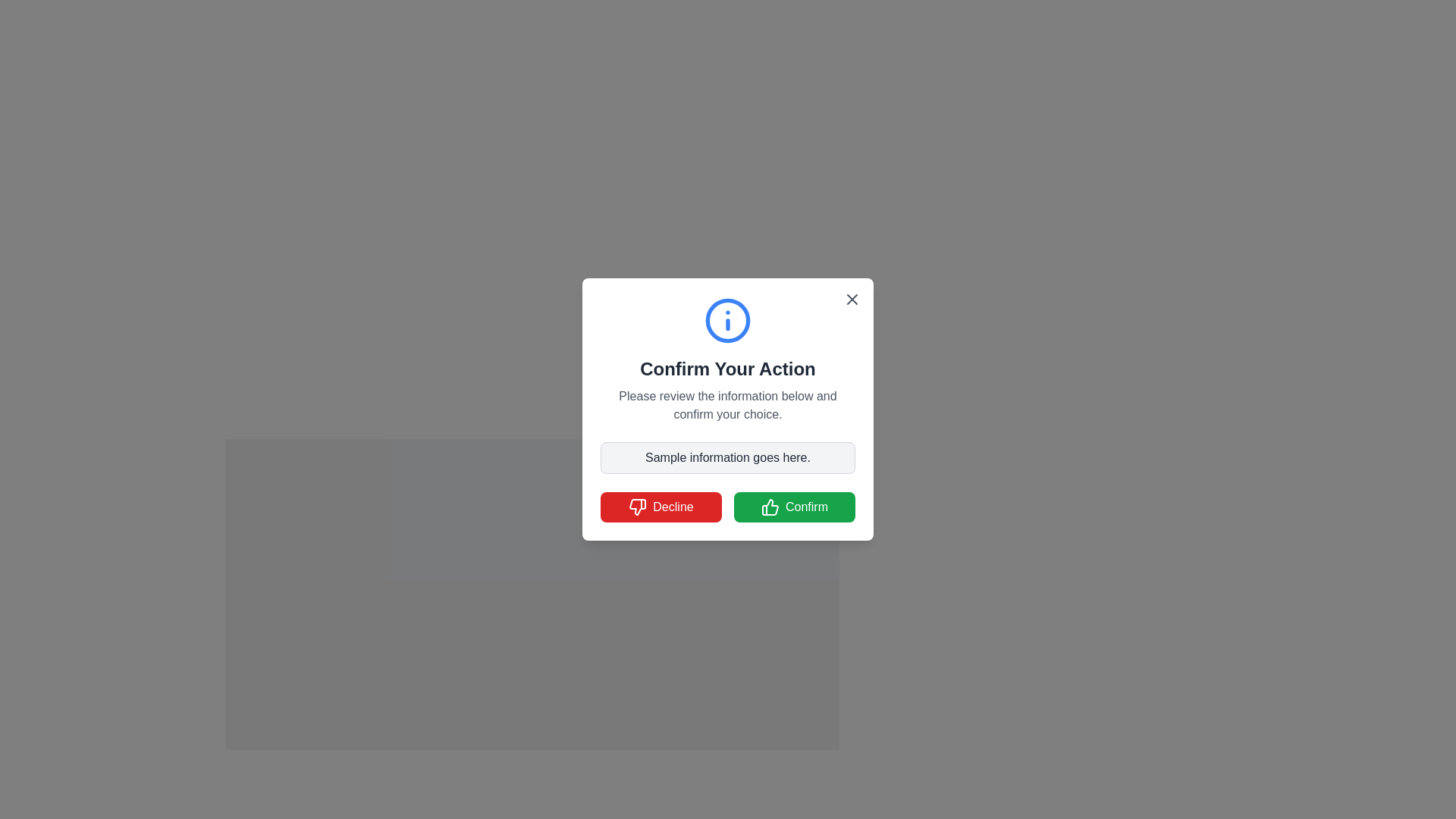 The height and width of the screenshot is (819, 1456). I want to click on the confirmation icon located within the 'Confirm' button at the bottom-right of the dialog box, positioned to the left of the text label 'Confirm', so click(770, 507).